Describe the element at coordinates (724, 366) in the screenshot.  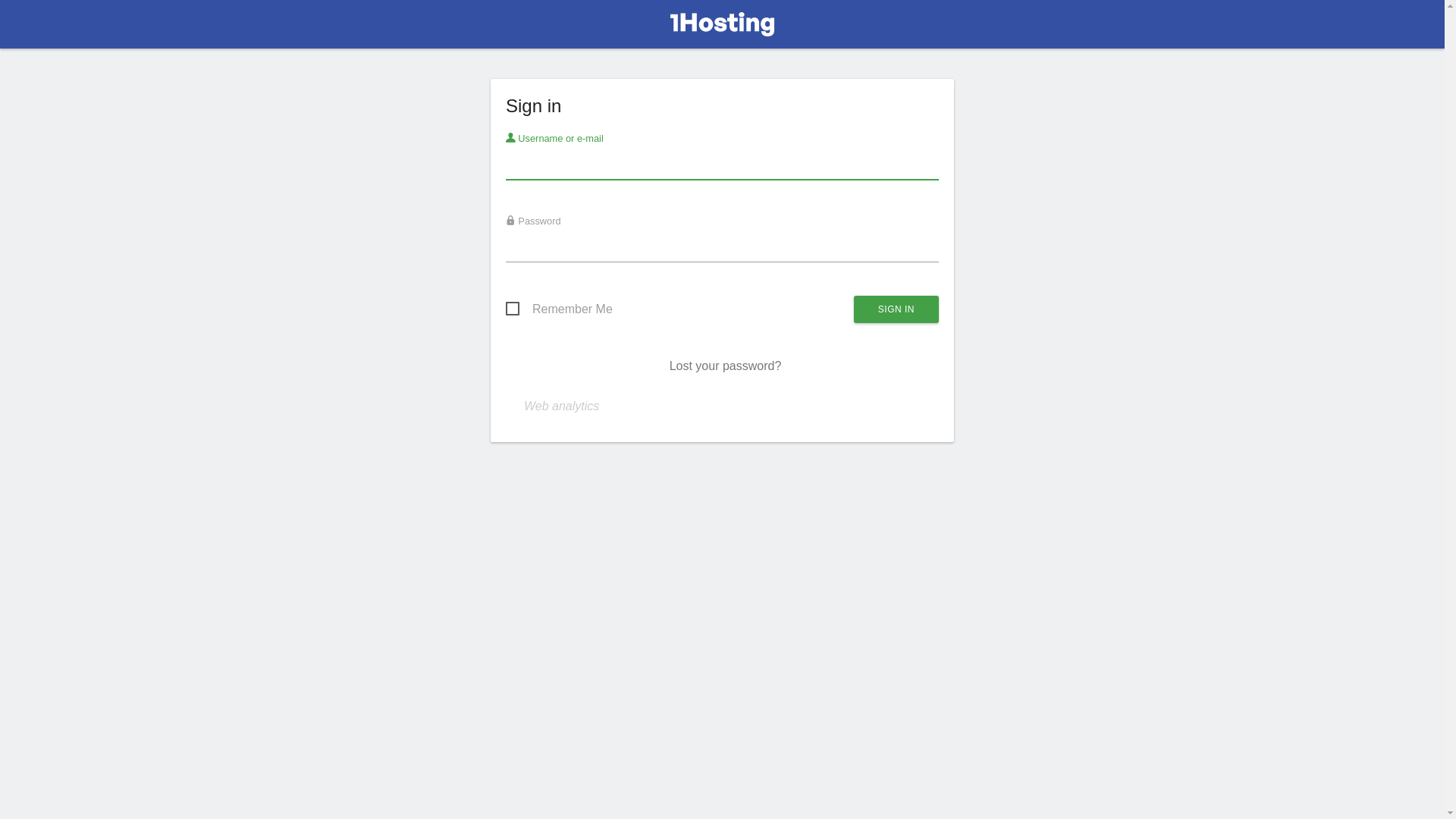
I see `'Lost your password?'` at that location.